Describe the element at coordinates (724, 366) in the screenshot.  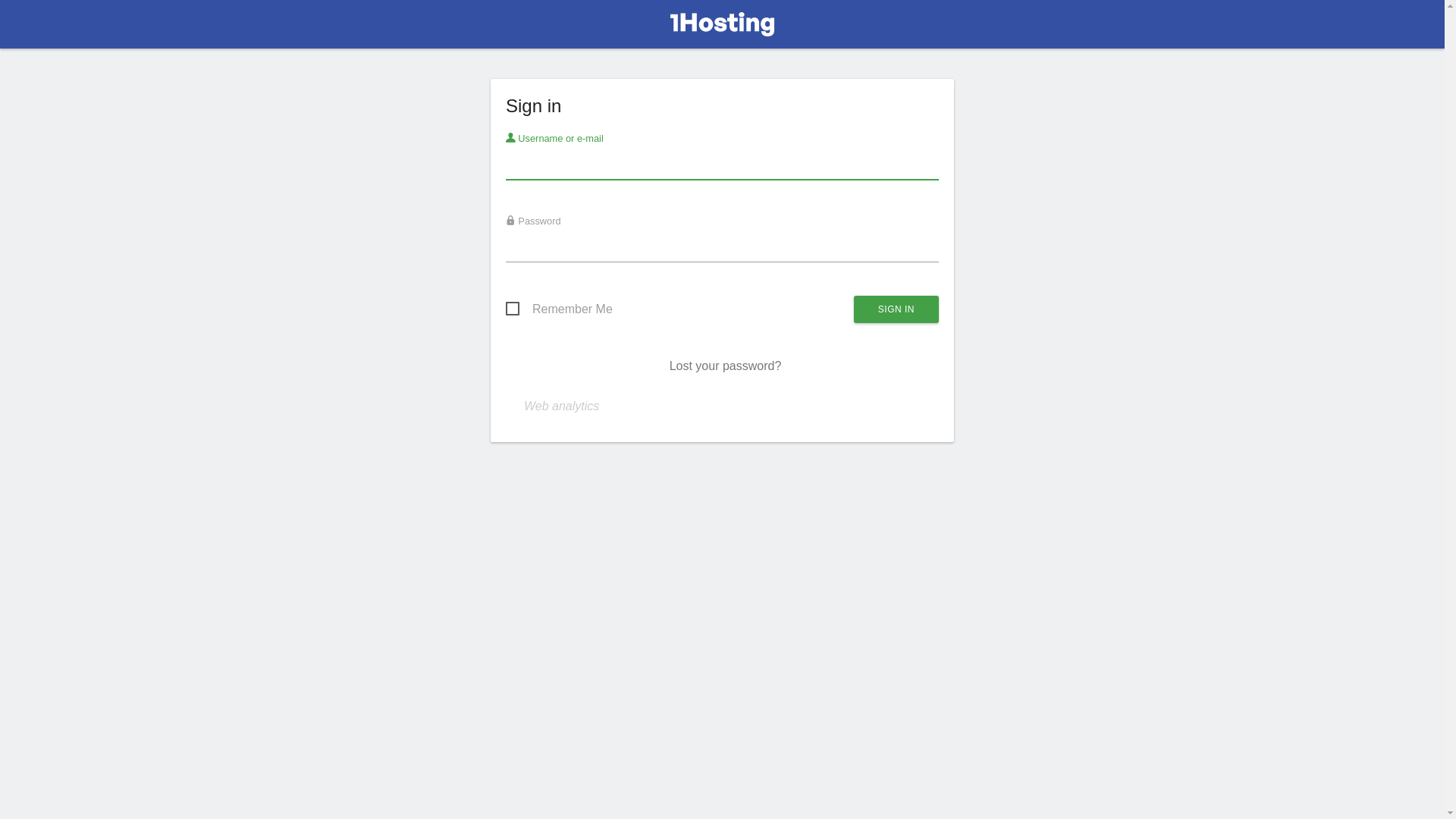
I see `'Lost your password?'` at that location.